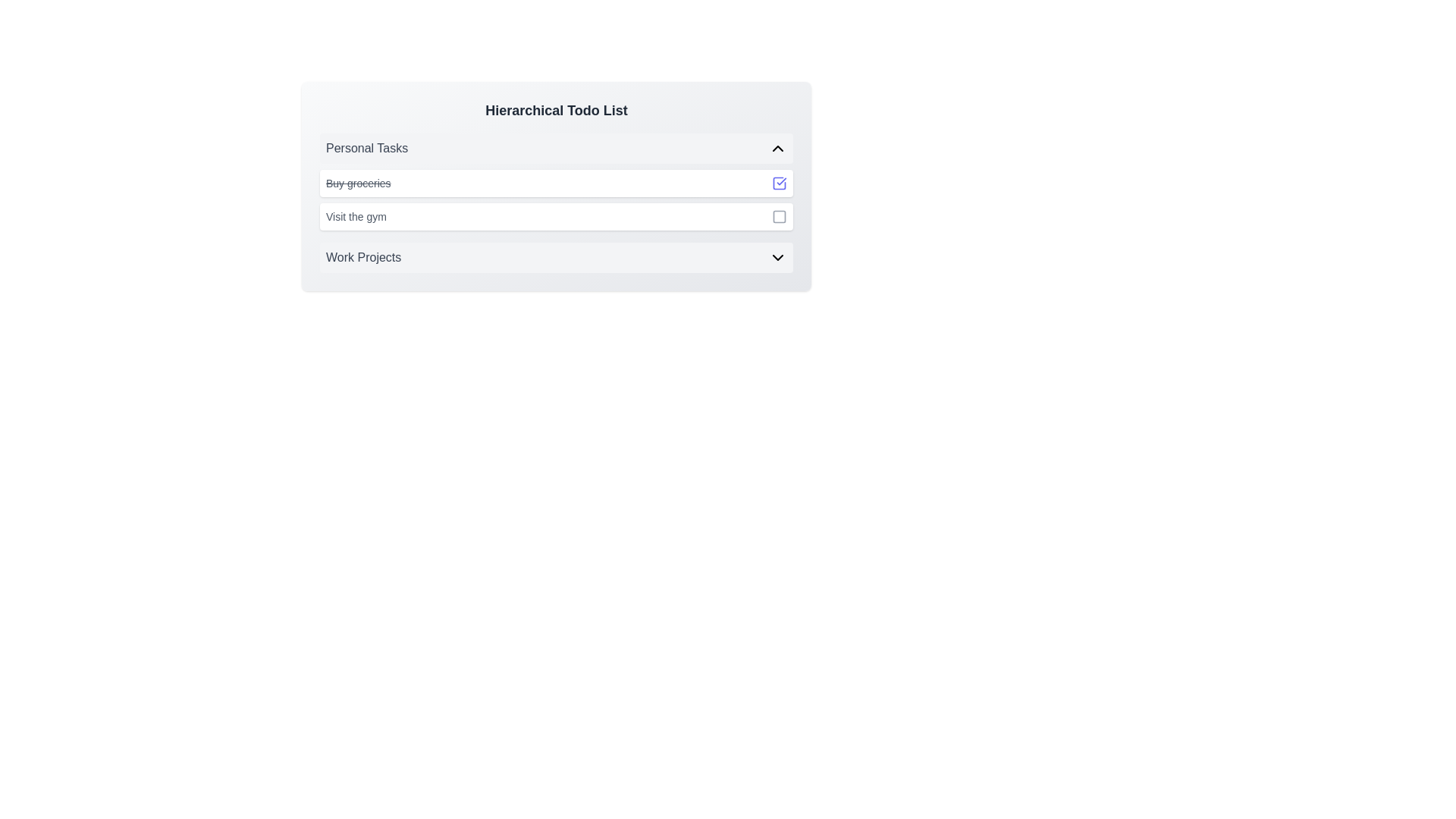 Image resolution: width=1456 pixels, height=819 pixels. Describe the element at coordinates (779, 216) in the screenshot. I see `the Interactive icon located to the right of 'Visit the gym' in the second task's row to trigger the tooltip or interaction effect` at that location.